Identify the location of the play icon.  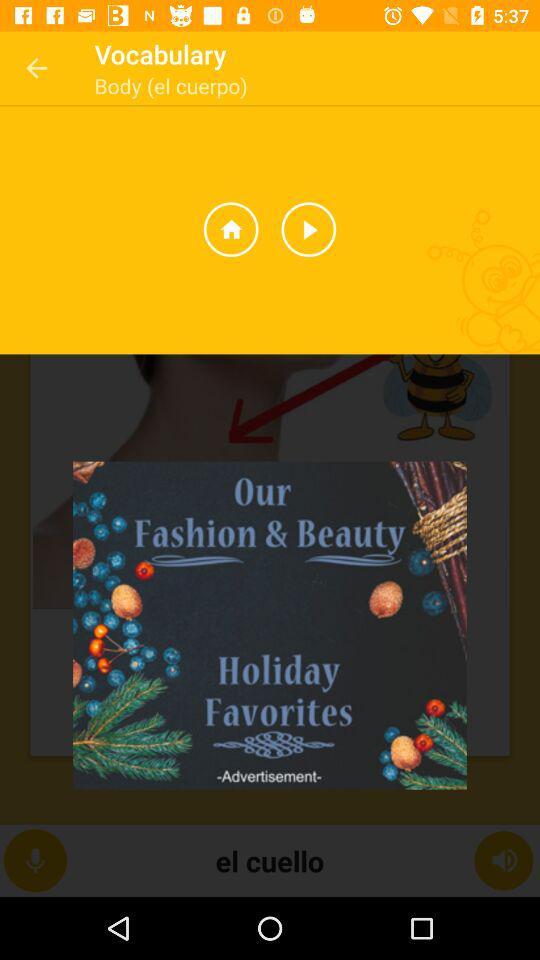
(308, 229).